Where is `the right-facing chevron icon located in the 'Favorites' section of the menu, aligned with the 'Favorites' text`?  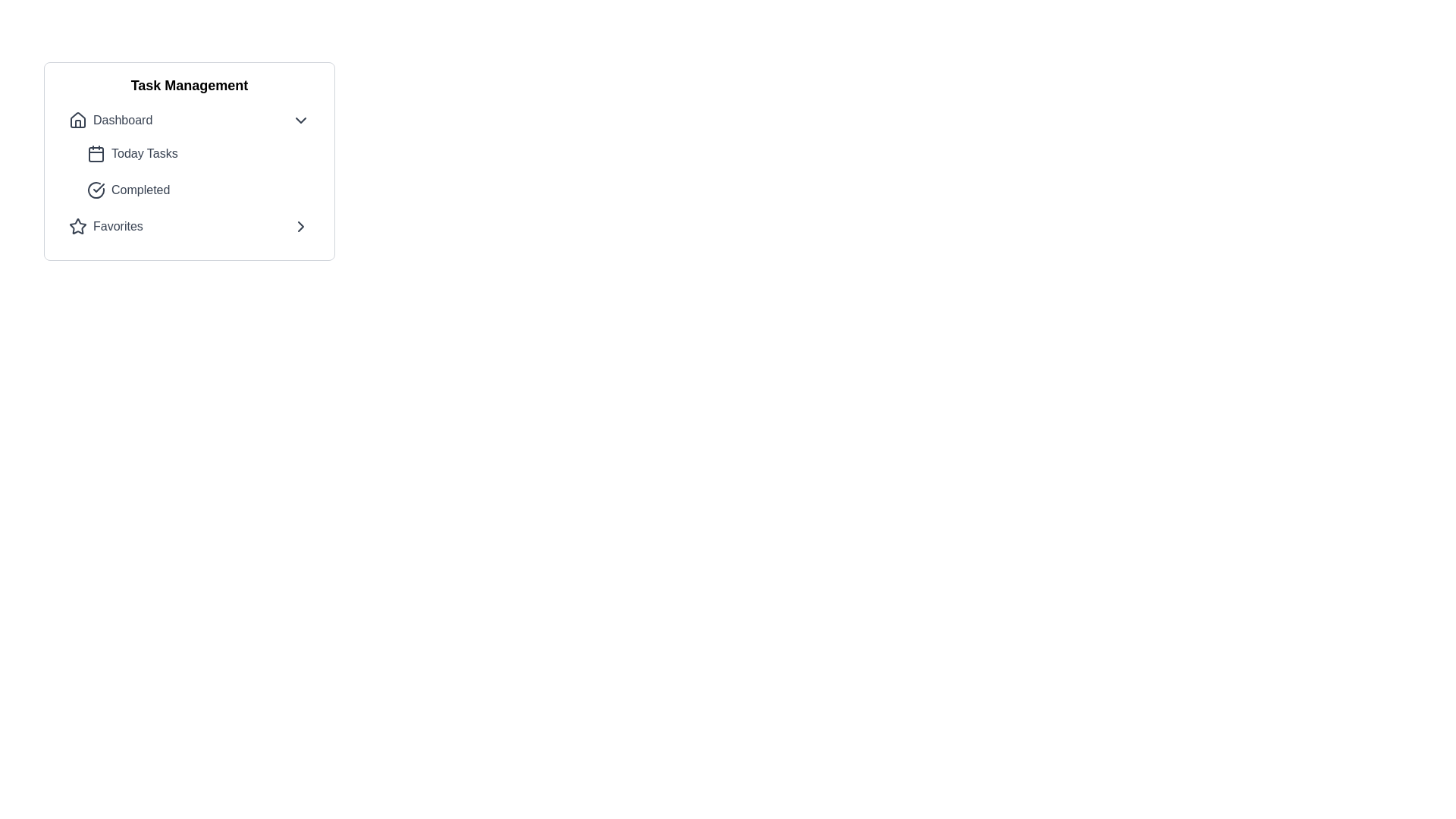
the right-facing chevron icon located in the 'Favorites' section of the menu, aligned with the 'Favorites' text is located at coordinates (301, 227).